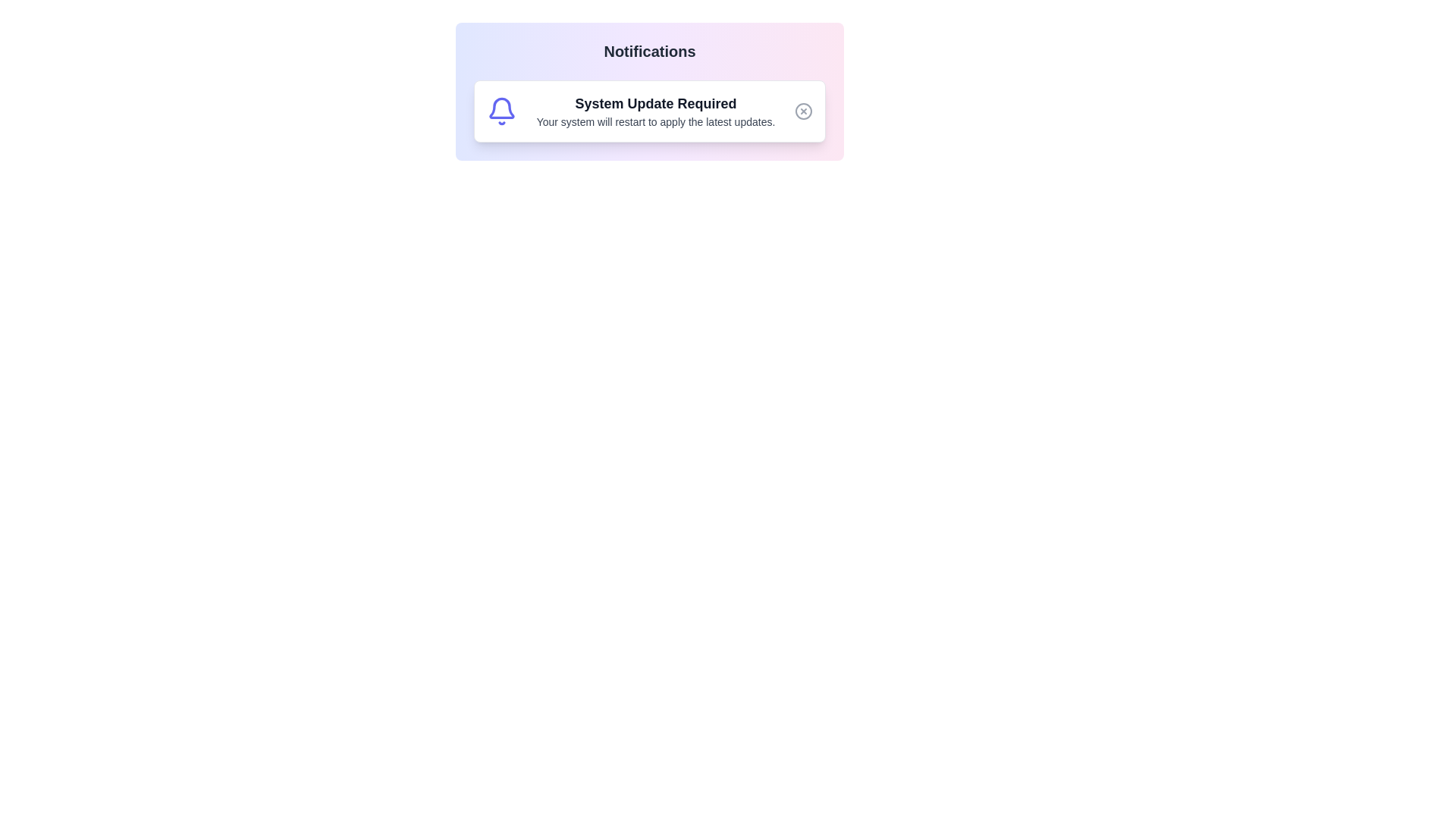 The image size is (1456, 819). What do you see at coordinates (803, 110) in the screenshot?
I see `the circular dismiss button with an 'X' symbol located to the right of the notification text 'Your system will restart to apply the latest updates.'` at bounding box center [803, 110].